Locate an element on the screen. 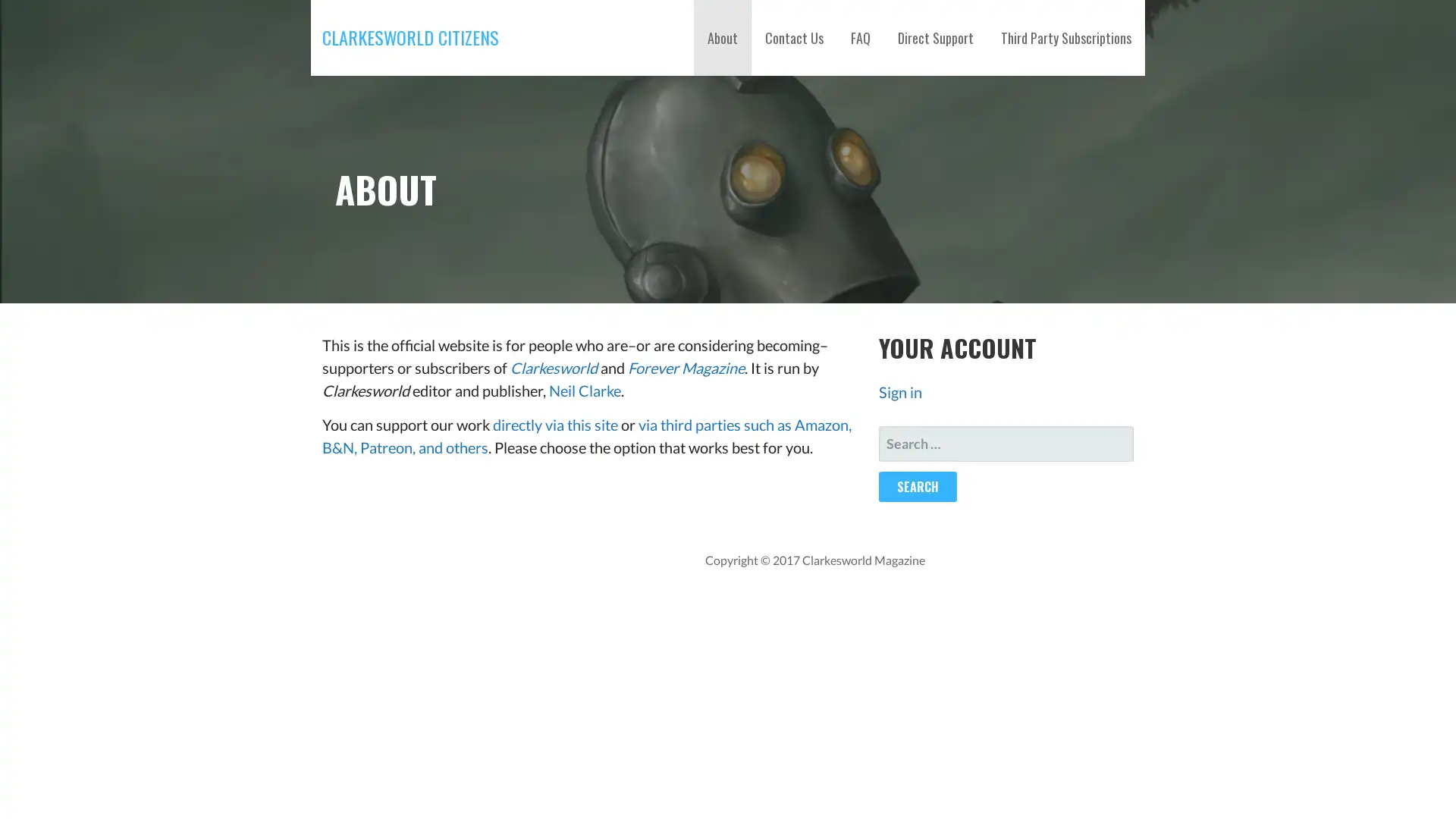 The width and height of the screenshot is (1456, 819). Search is located at coordinates (916, 486).